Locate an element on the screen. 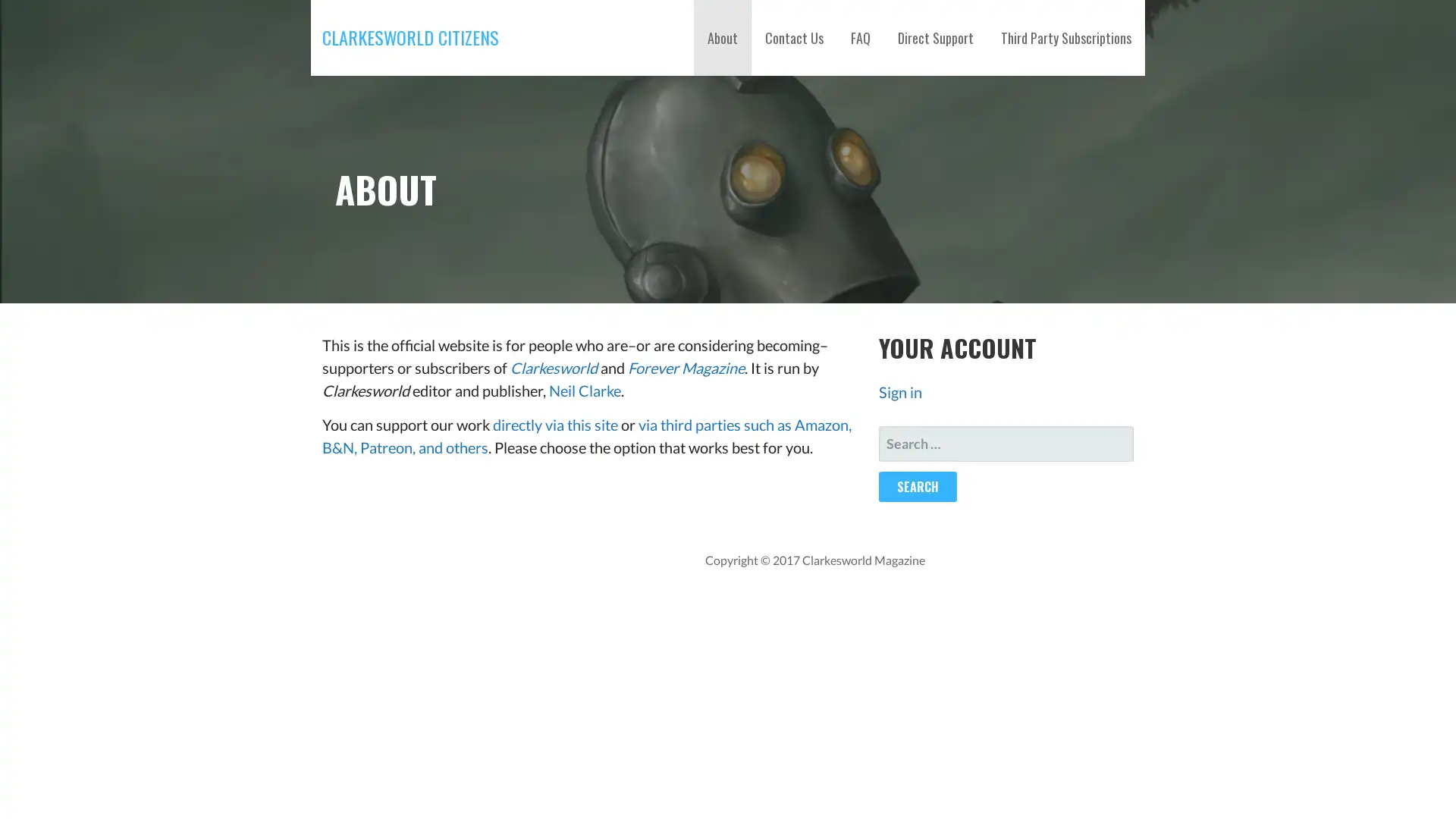 The width and height of the screenshot is (1456, 819). Search is located at coordinates (916, 486).